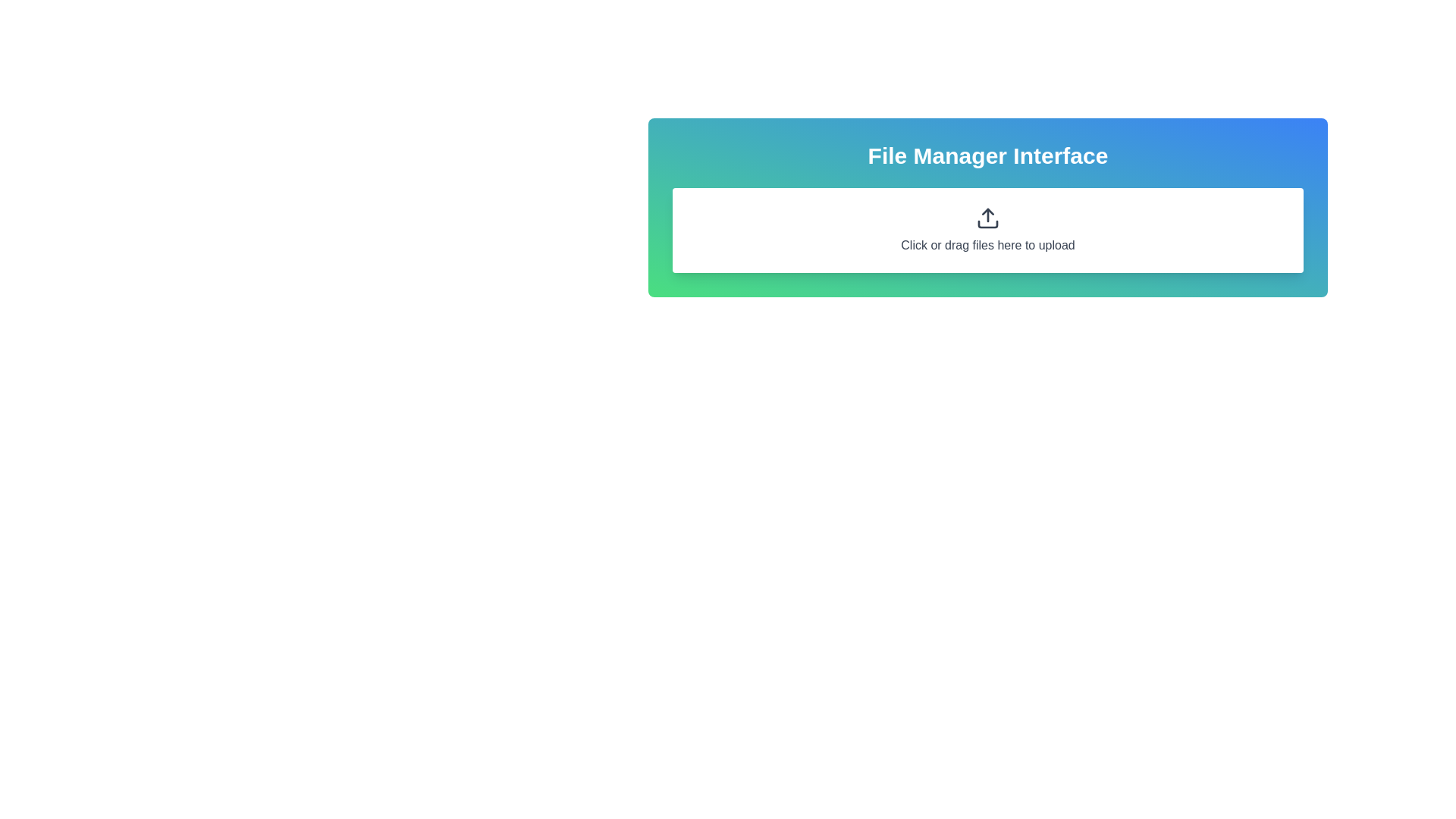 This screenshot has height=819, width=1456. What do you see at coordinates (987, 231) in the screenshot?
I see `the interactive file upload area located centrally below the 'File Manager Interface' text` at bounding box center [987, 231].